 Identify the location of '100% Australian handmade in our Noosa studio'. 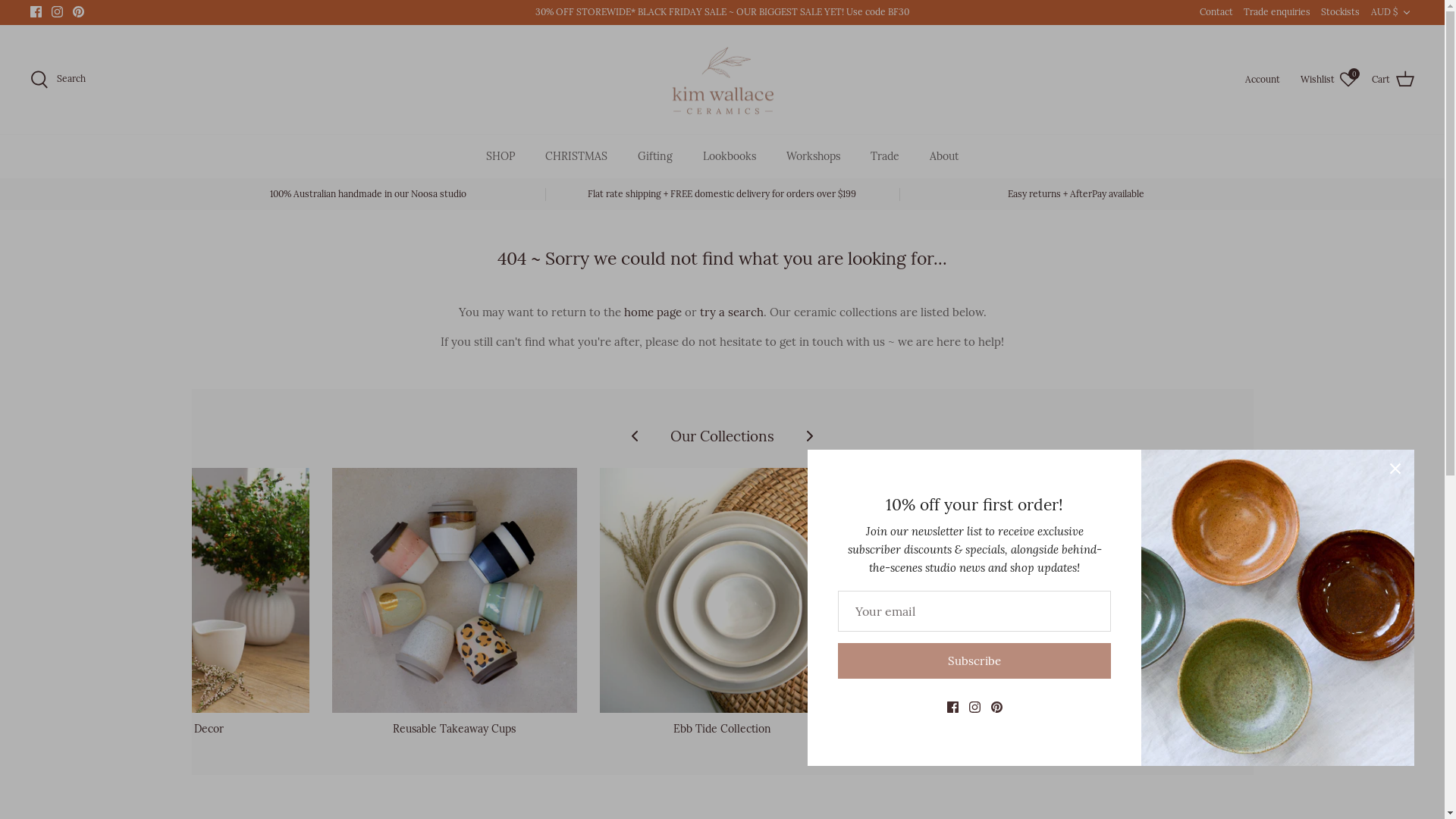
(368, 193).